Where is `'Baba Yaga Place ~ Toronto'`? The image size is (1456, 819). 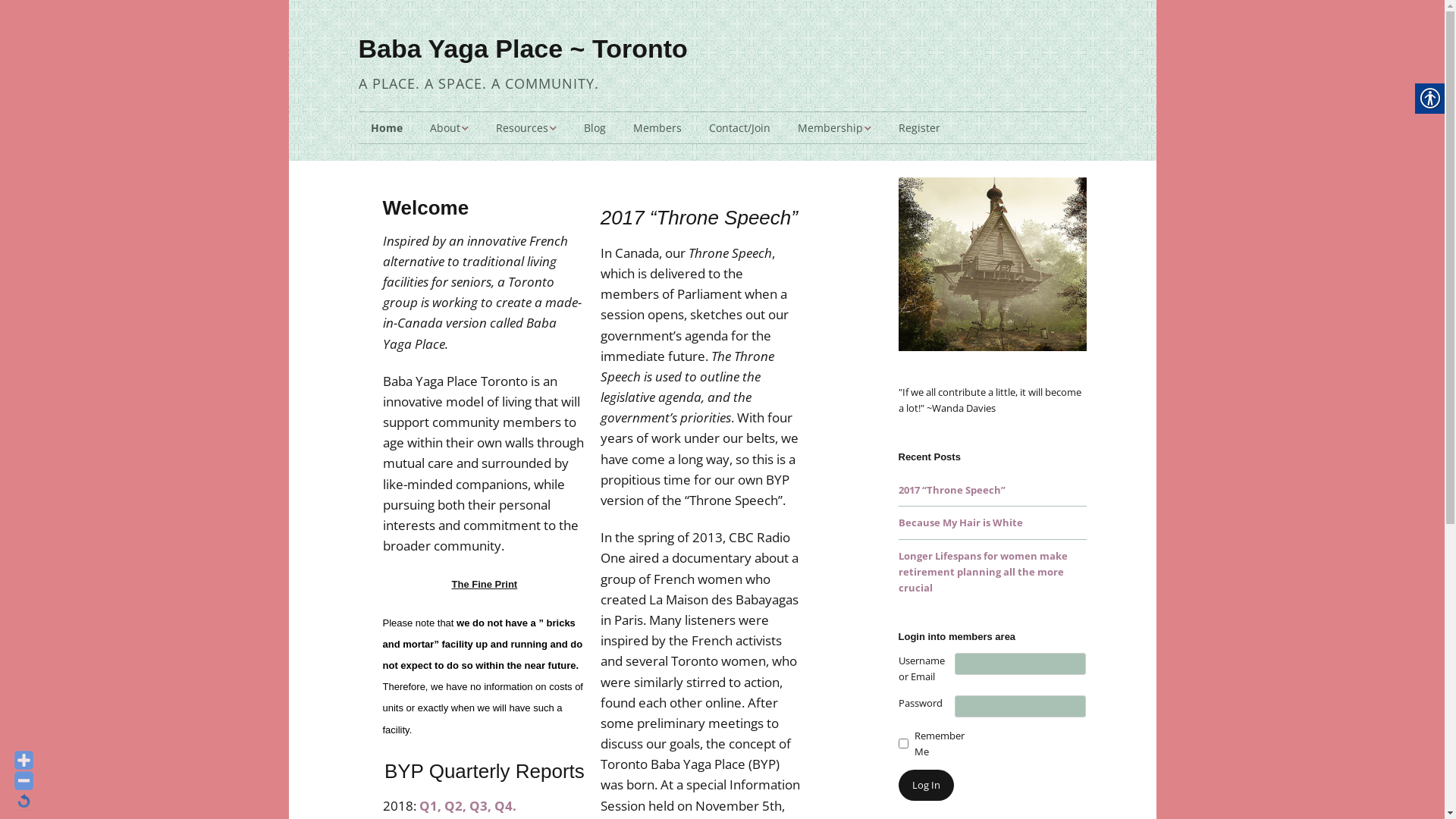
'Baba Yaga Place ~ Toronto' is located at coordinates (522, 48).